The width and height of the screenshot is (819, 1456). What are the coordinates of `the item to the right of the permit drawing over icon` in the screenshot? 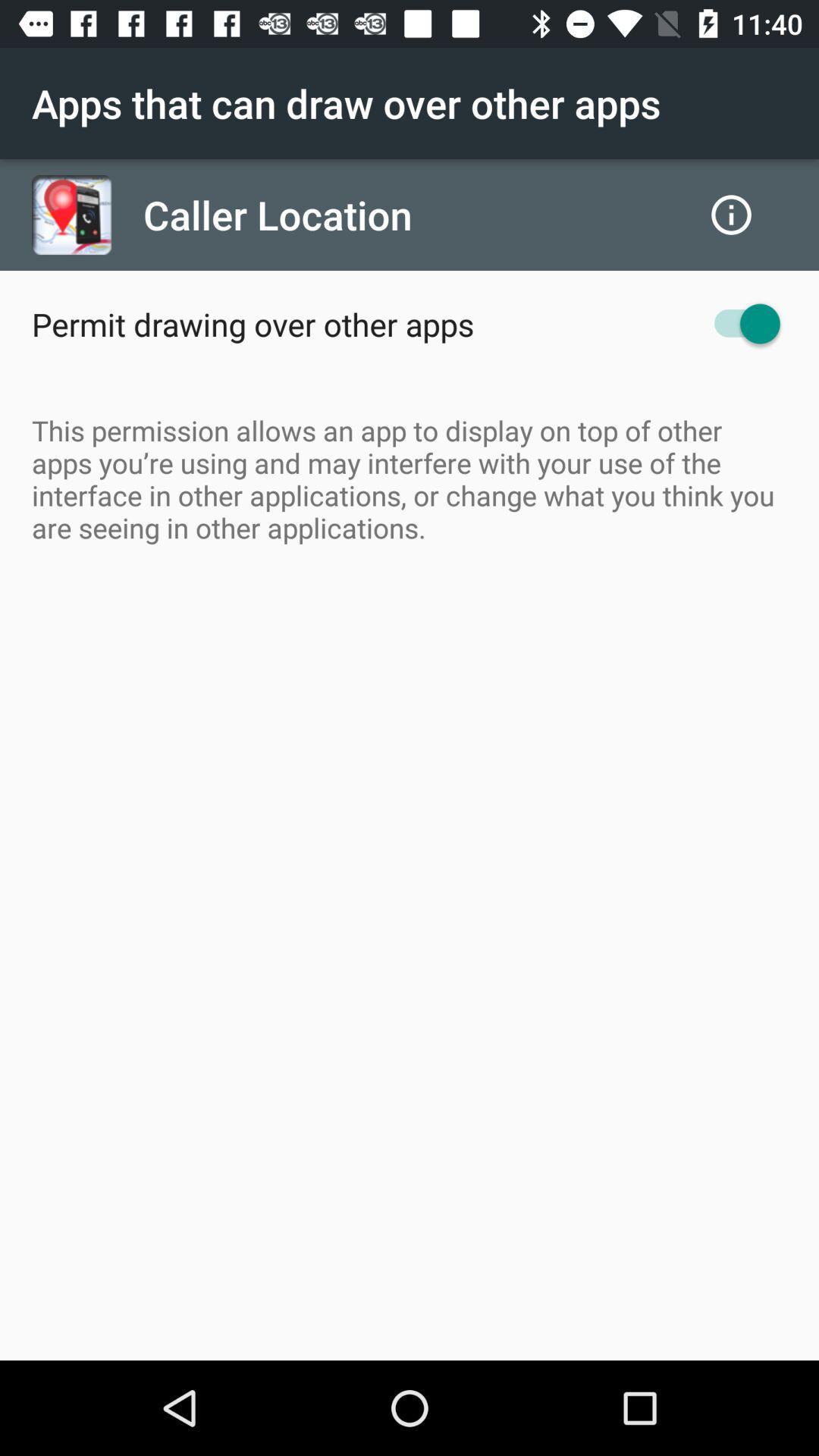 It's located at (739, 323).